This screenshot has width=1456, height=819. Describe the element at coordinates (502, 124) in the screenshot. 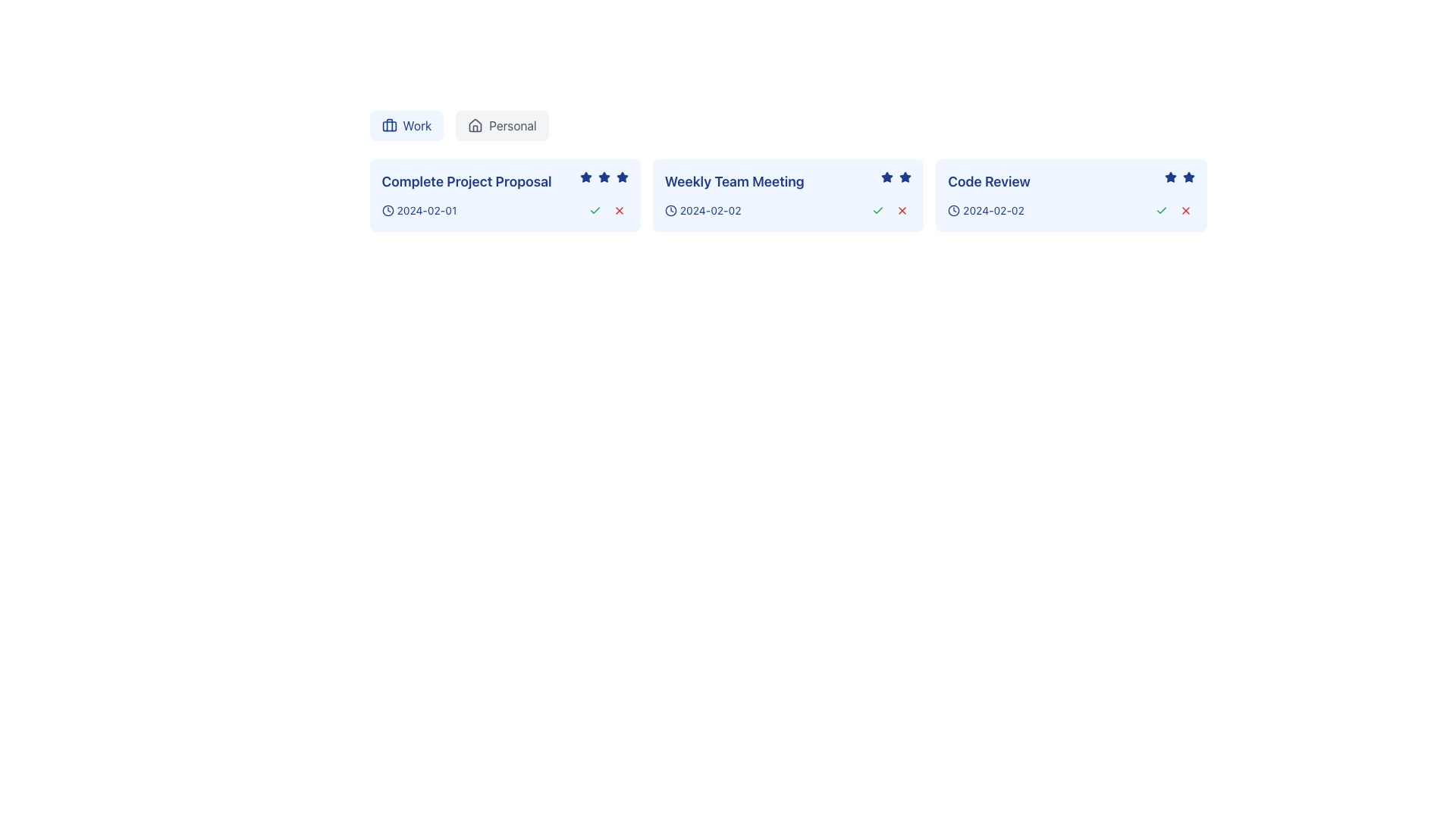

I see `the 'Personal' button, which is a rectangular button with a light gray background, a house icon on the left, and the text 'Personal' on the right` at that location.